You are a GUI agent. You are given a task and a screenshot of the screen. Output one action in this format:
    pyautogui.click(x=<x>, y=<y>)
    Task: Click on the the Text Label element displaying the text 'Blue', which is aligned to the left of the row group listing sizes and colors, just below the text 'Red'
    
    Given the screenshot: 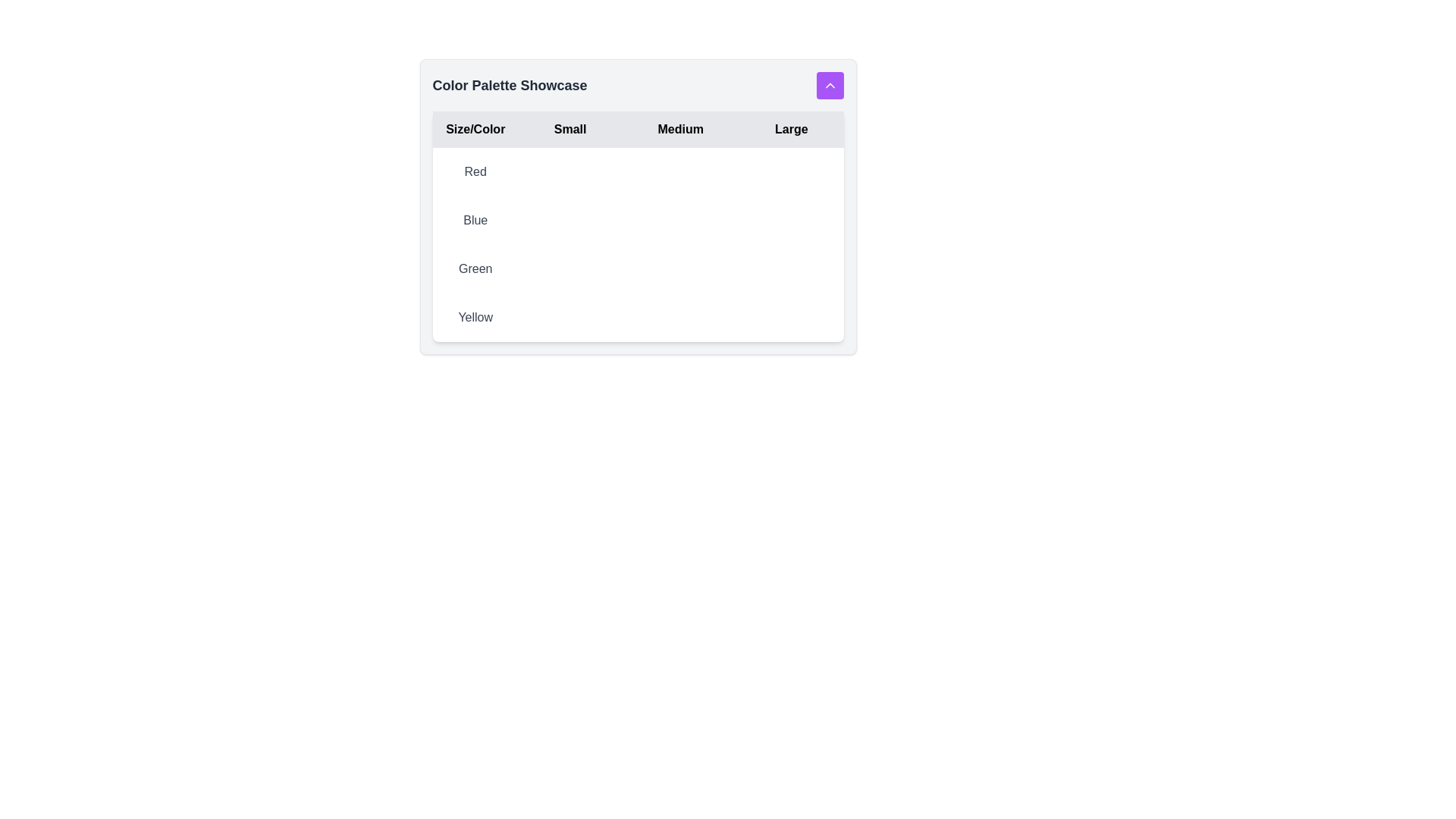 What is the action you would take?
    pyautogui.click(x=475, y=220)
    